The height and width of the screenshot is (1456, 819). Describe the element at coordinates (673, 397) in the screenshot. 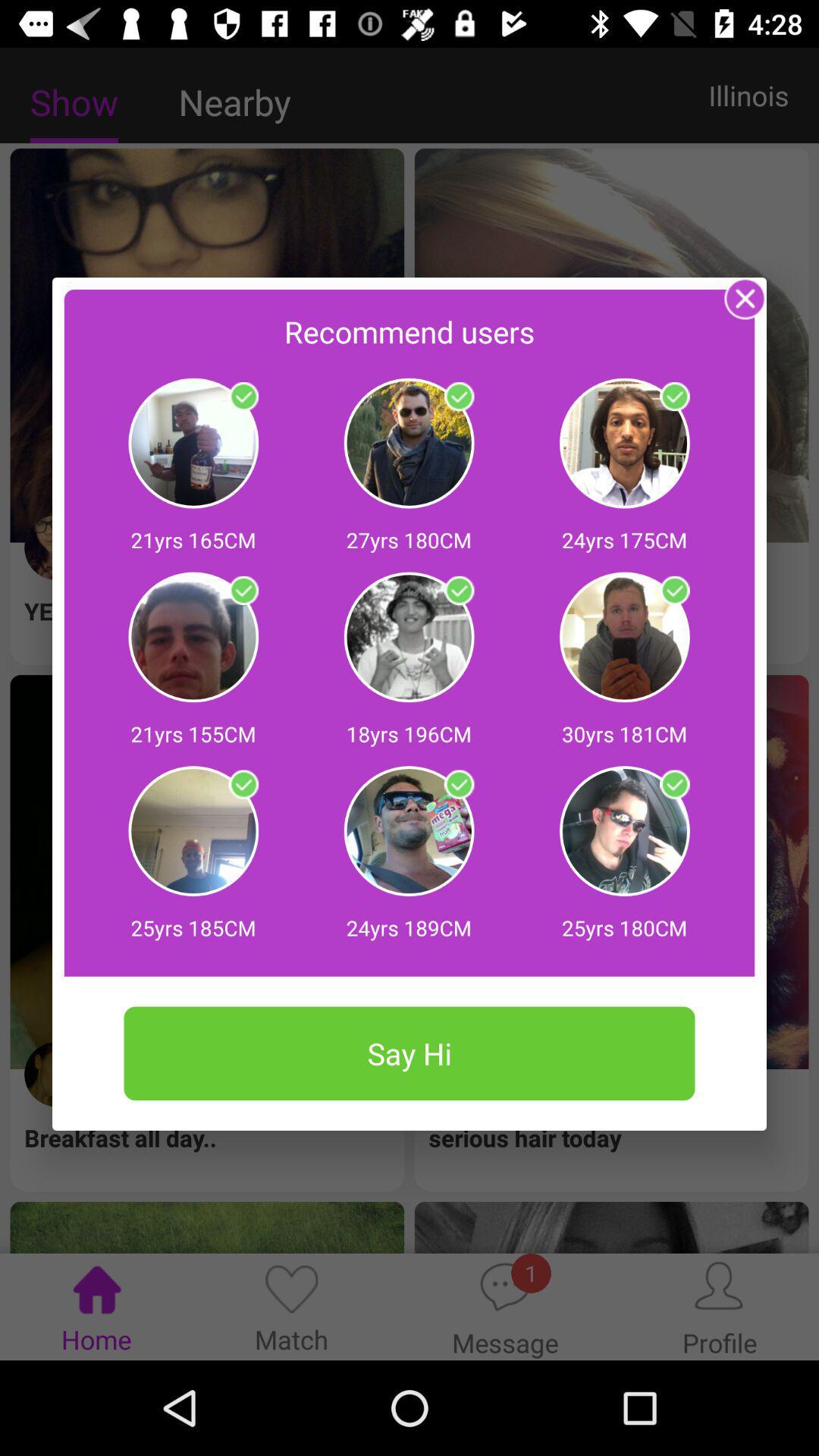

I see `advertisement` at that location.